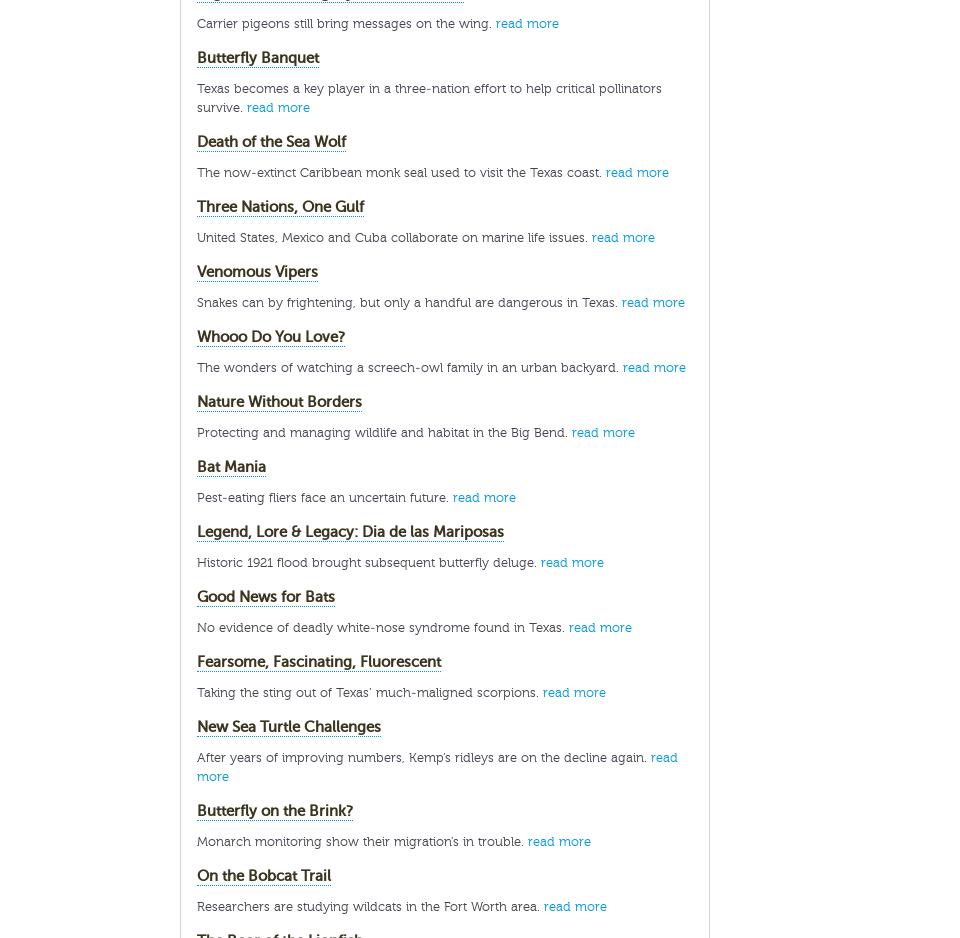 The image size is (960, 938). I want to click on 'Protecting and managing wildlife and habitat in the Big Bend.', so click(383, 432).